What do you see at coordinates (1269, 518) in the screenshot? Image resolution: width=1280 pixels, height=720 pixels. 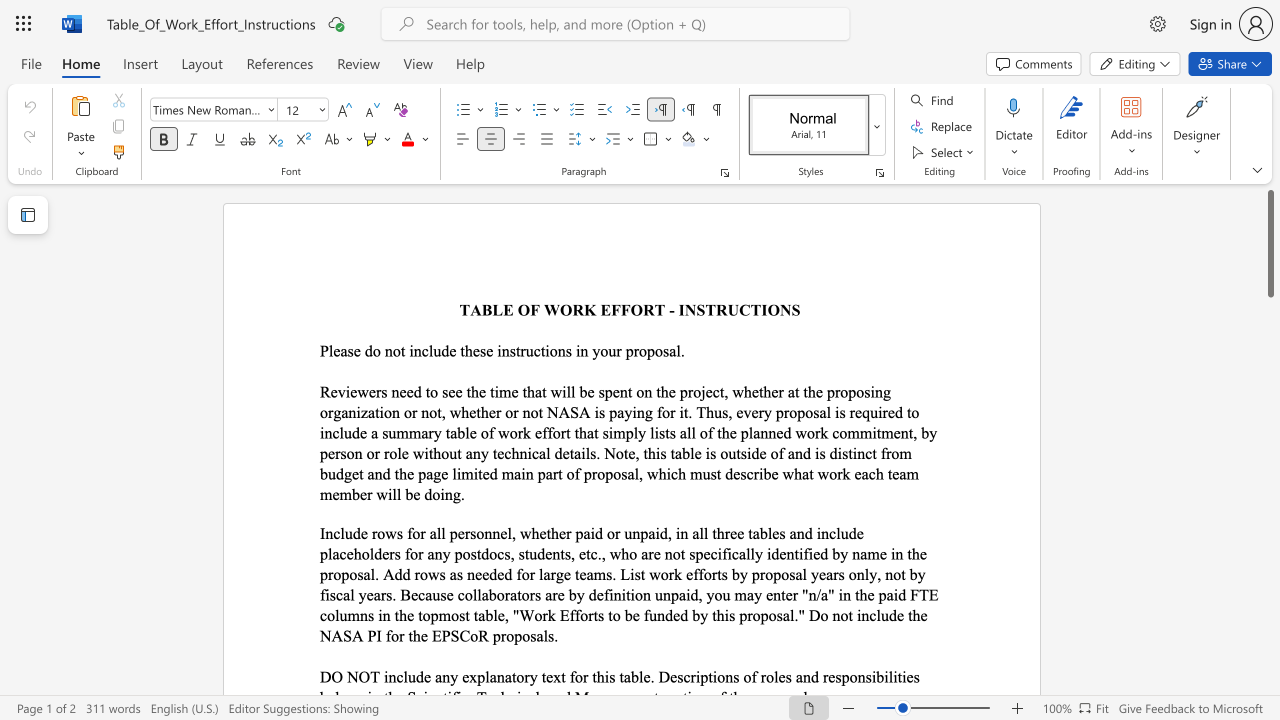 I see `the scrollbar to adjust the page downward` at bounding box center [1269, 518].